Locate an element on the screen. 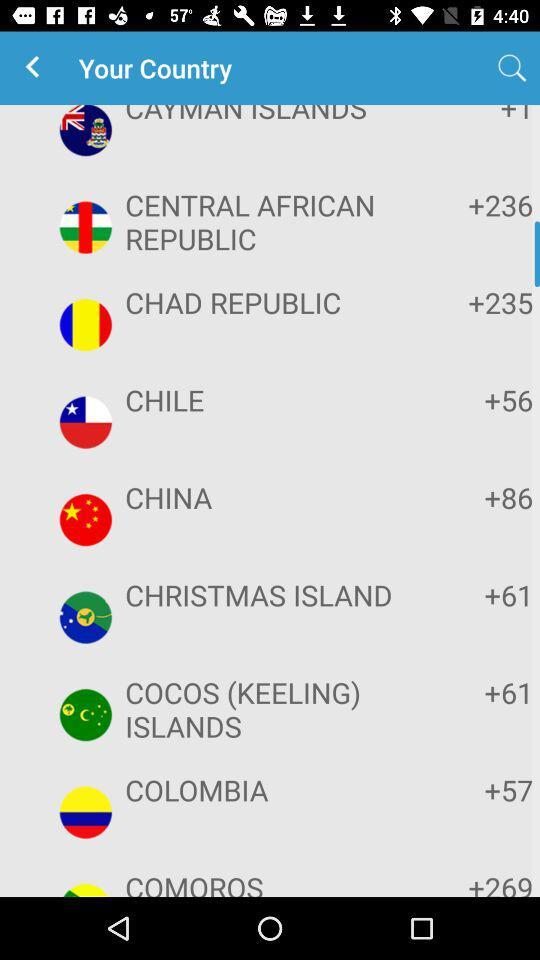 This screenshot has width=540, height=960. the cayman islands app is located at coordinates (267, 115).